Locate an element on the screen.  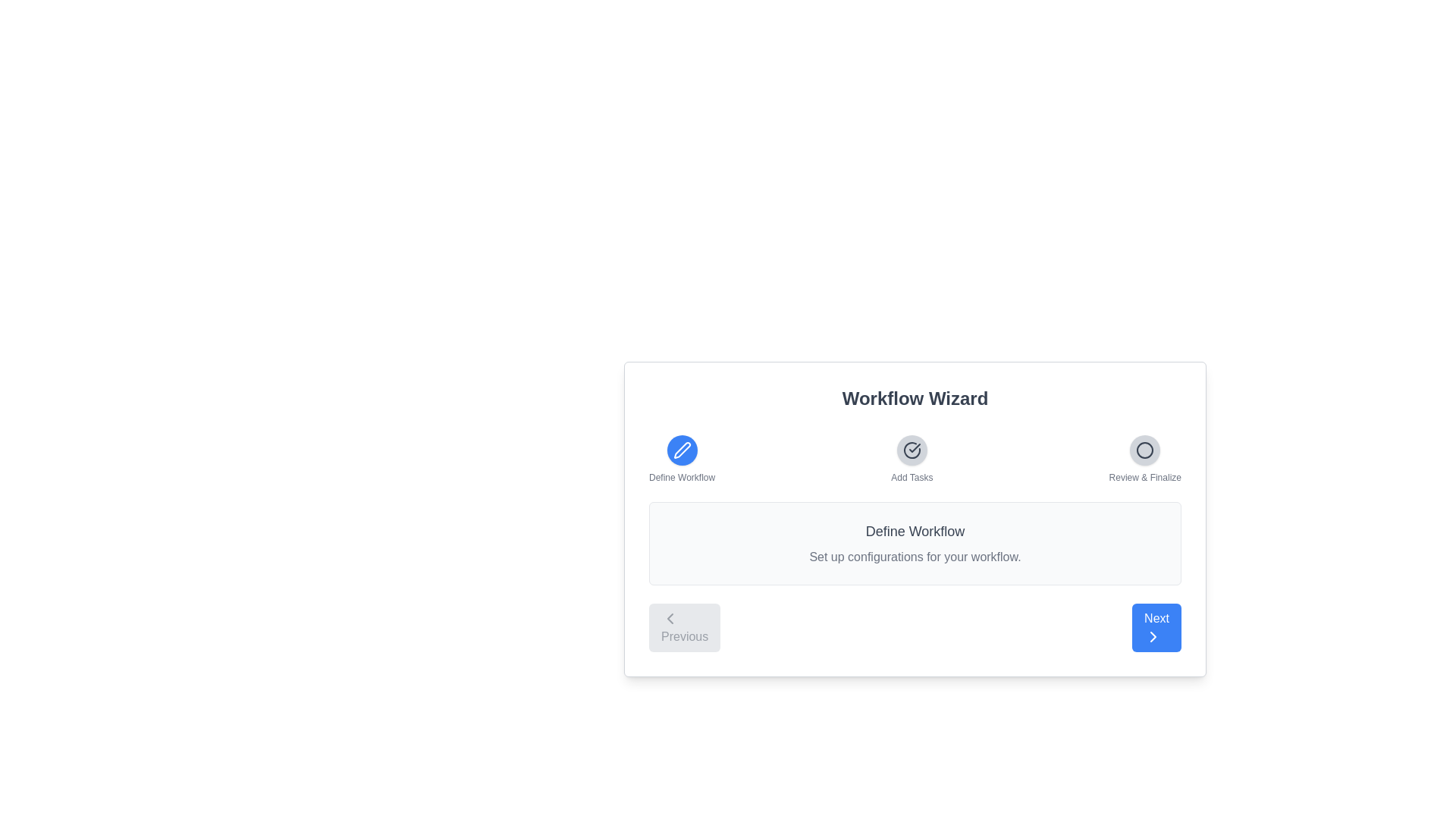
the icon labeled 'Define Workflow', which is the first in a sequence of three icons and is located above the text 'Define Workflow' is located at coordinates (681, 458).